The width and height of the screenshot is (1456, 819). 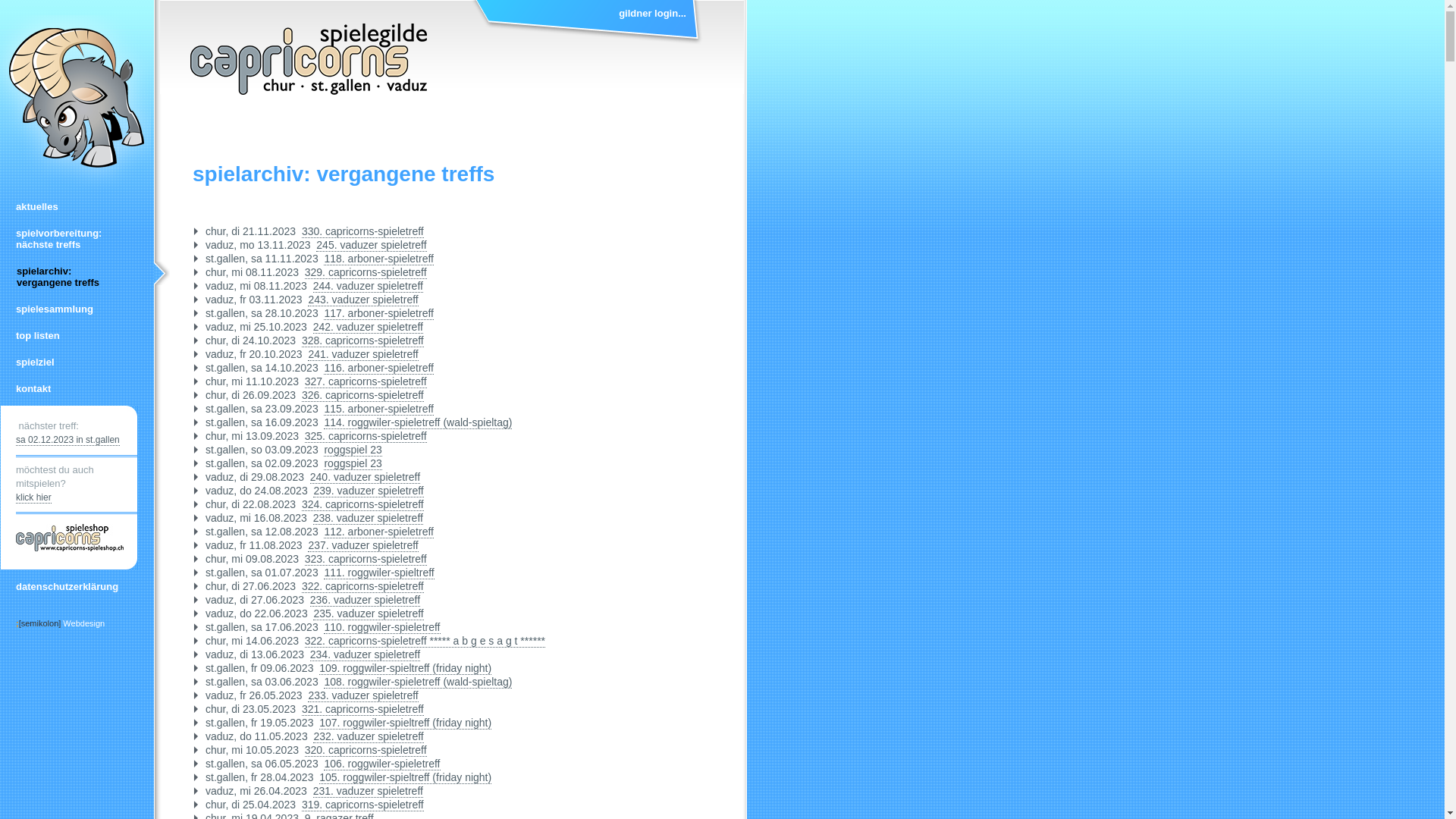 I want to click on '240. vaduzer spieletreff', so click(x=365, y=476).